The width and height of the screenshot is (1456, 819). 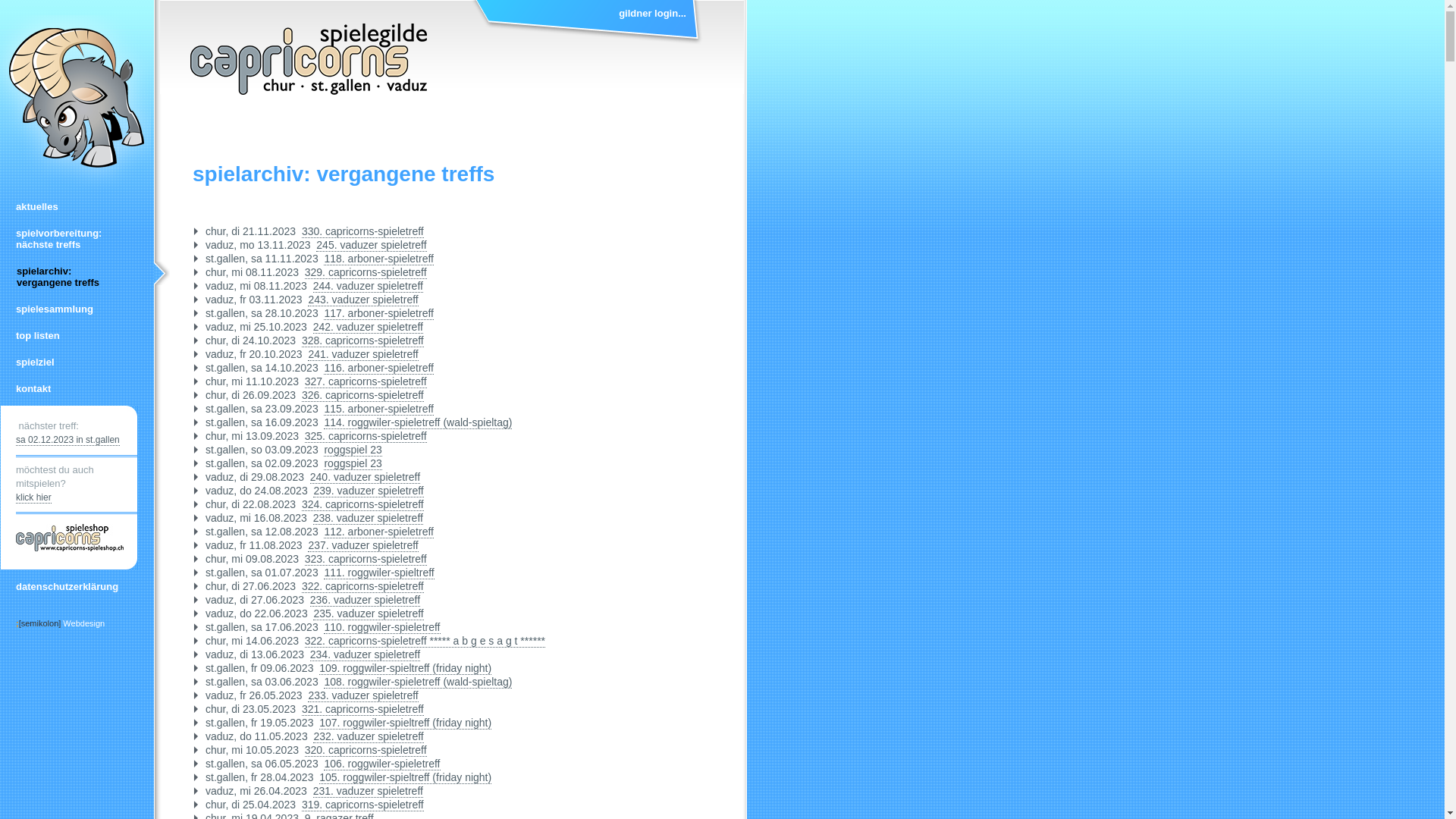 I want to click on '240. vaduzer spieletreff', so click(x=365, y=476).